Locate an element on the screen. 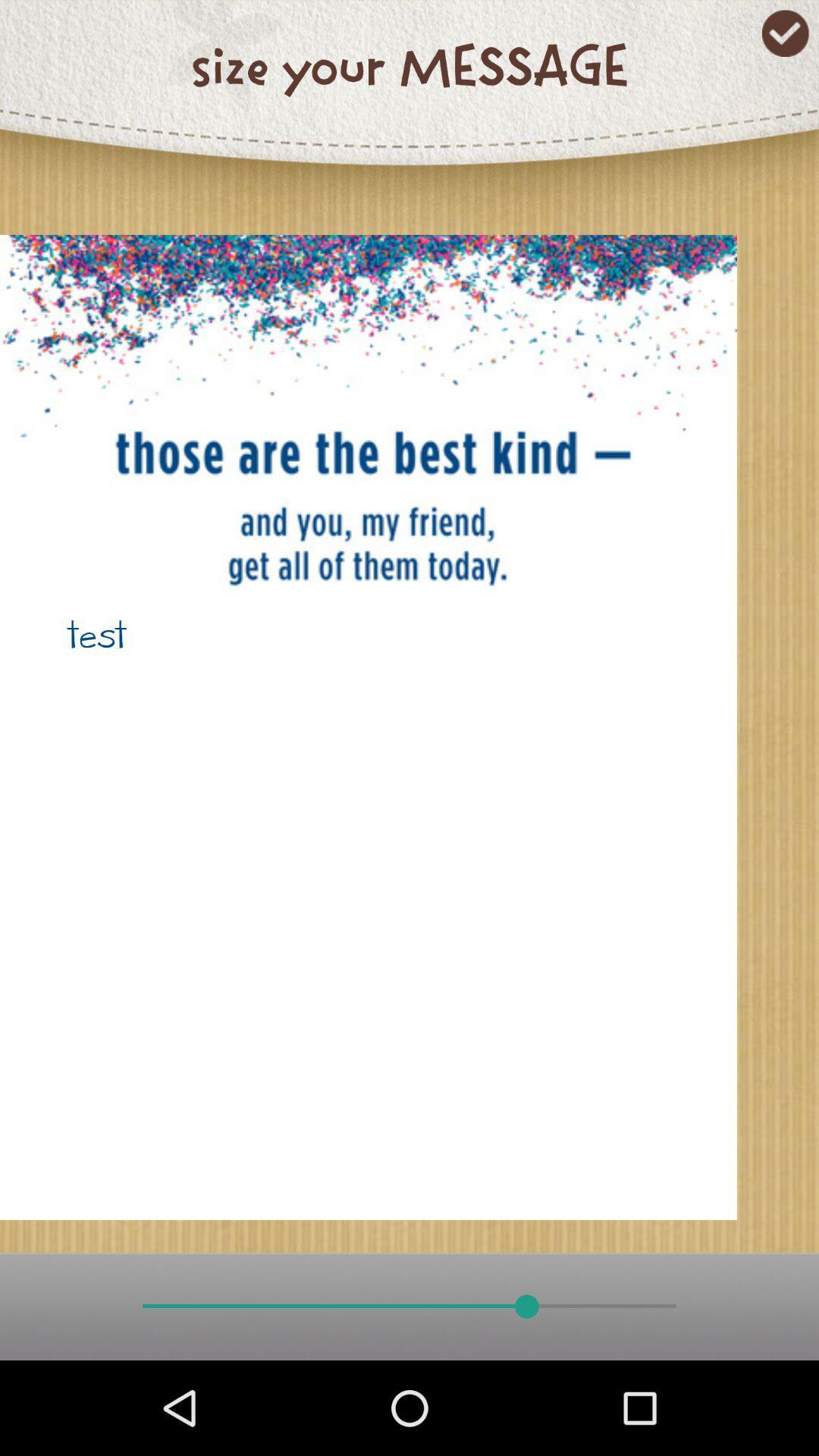  icon at the top right corner is located at coordinates (785, 33).